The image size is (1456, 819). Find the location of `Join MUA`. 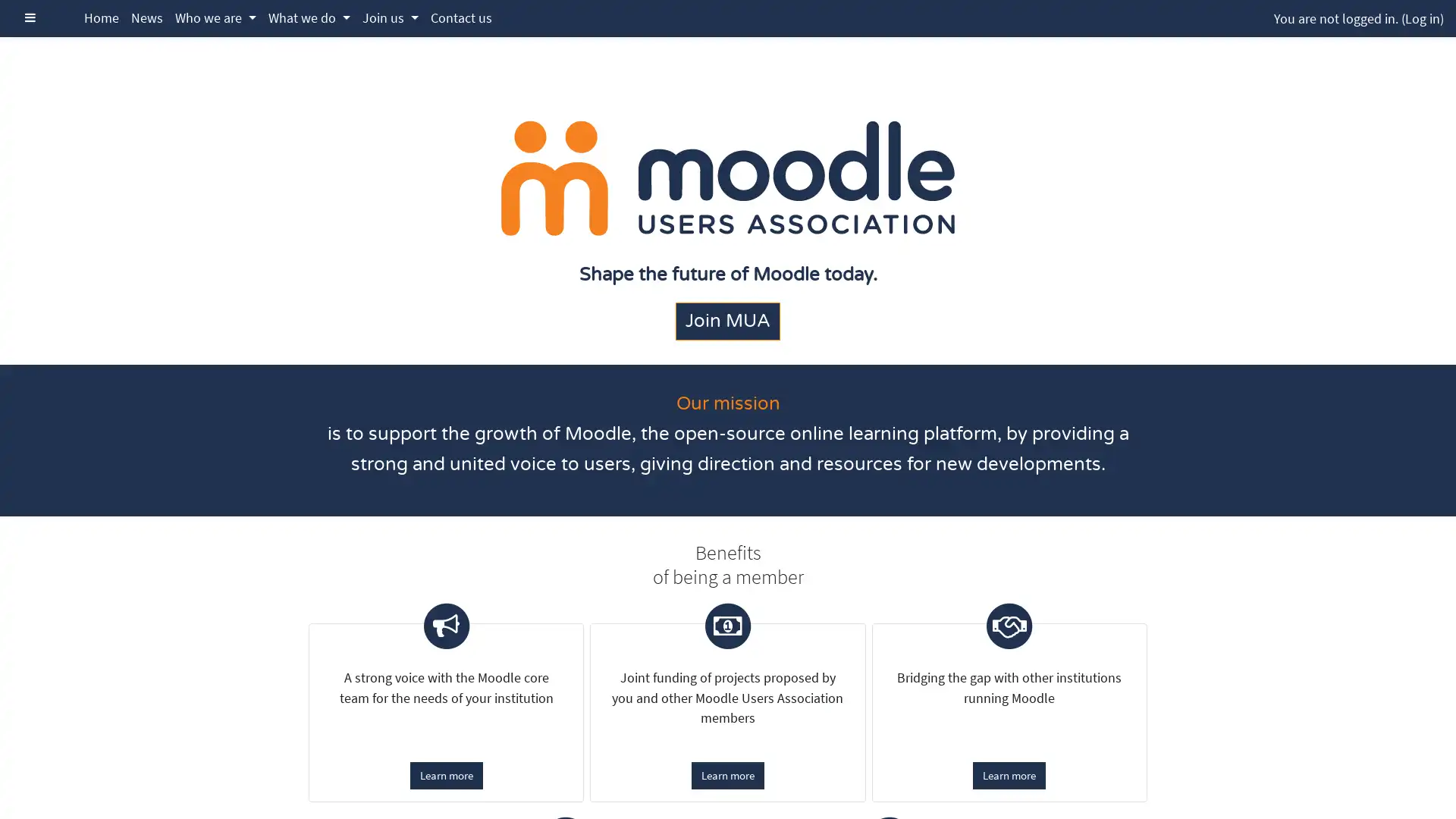

Join MUA is located at coordinates (728, 321).